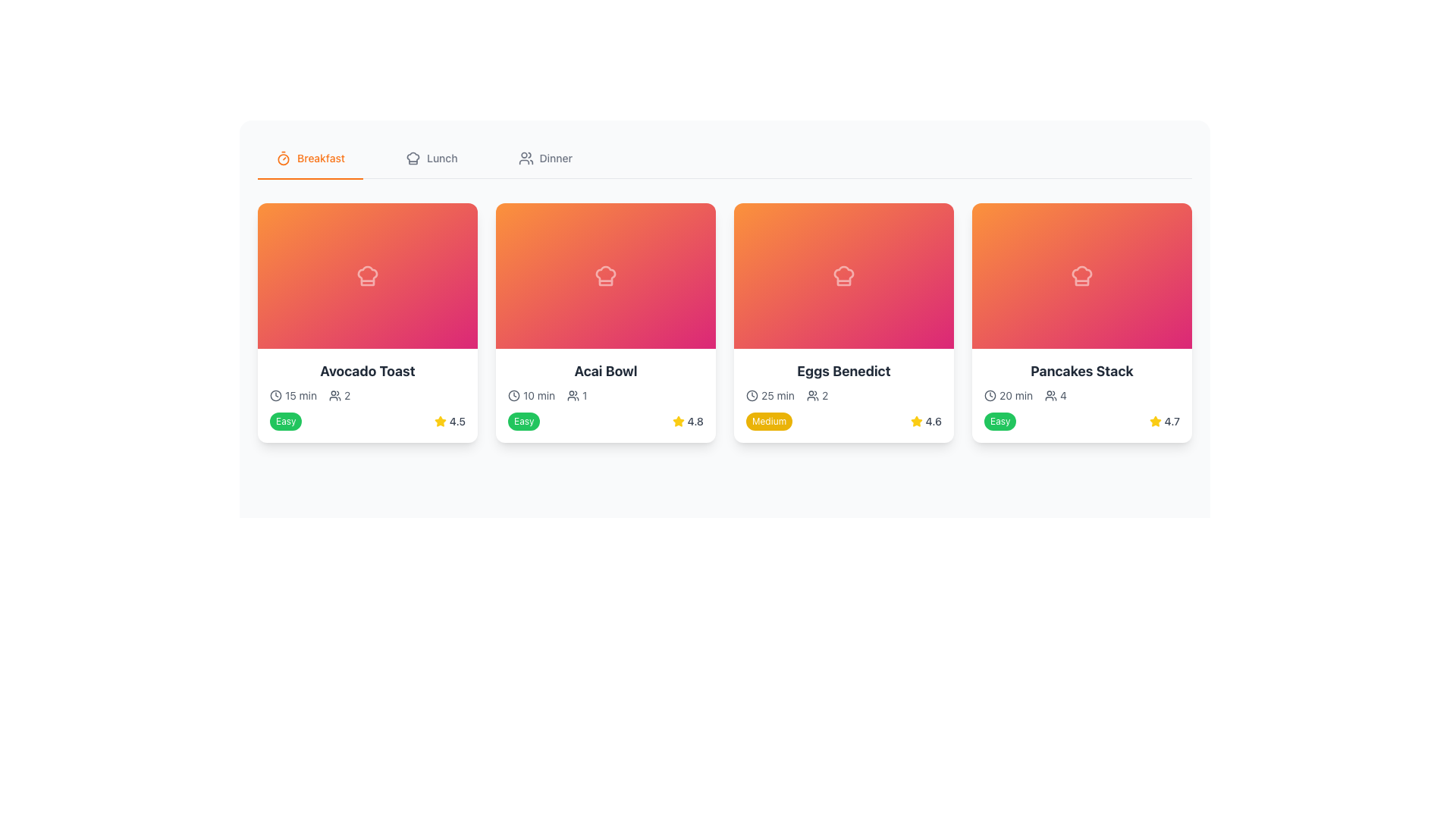 This screenshot has width=1456, height=819. What do you see at coordinates (1081, 275) in the screenshot?
I see `the decorative icon representing a chef's hat located at the top-center of the fourth recipe card, above the text 'Pancakes Stack'` at bounding box center [1081, 275].